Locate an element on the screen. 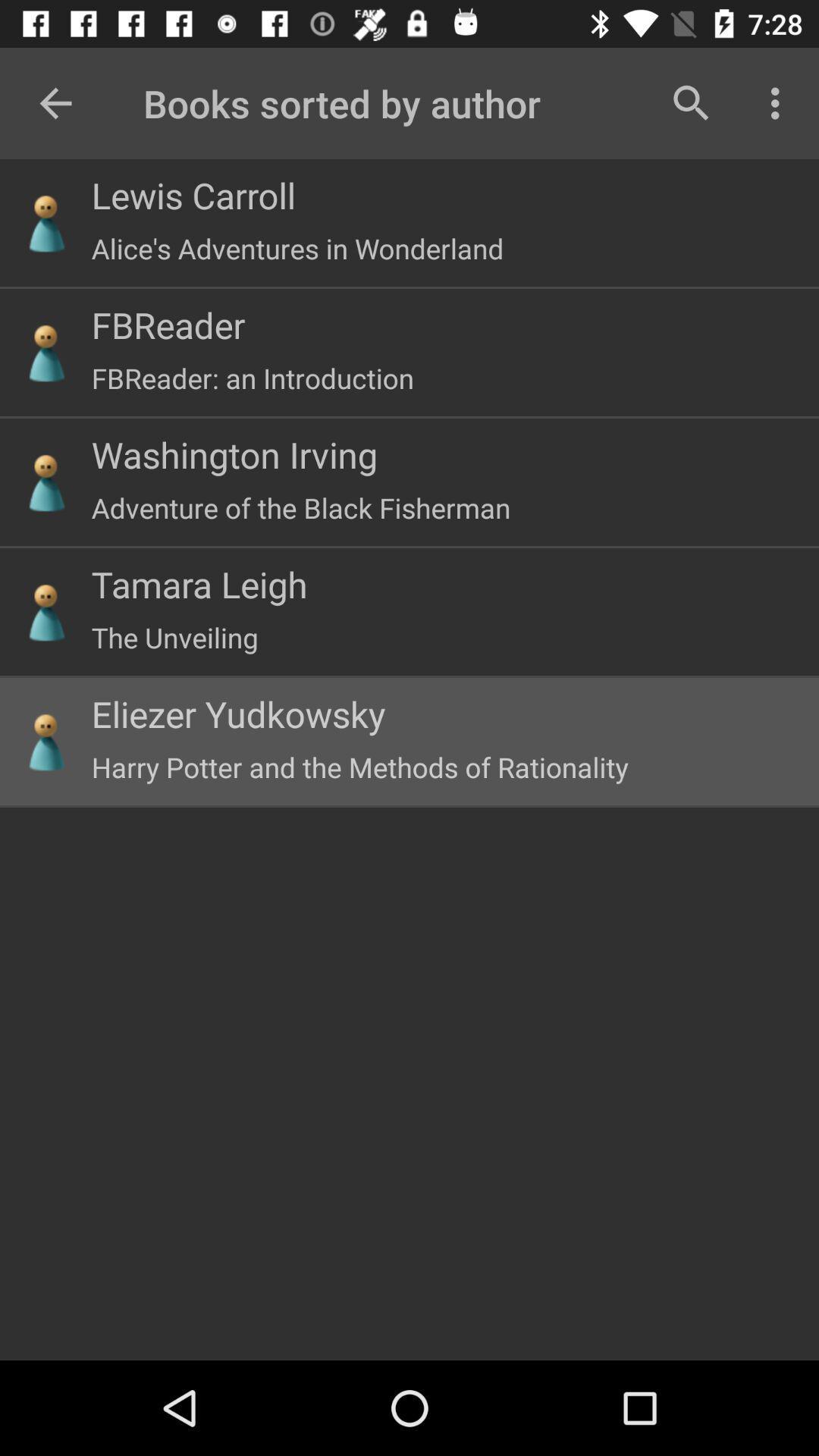  icon below the eliezer yudkowsky item is located at coordinates (359, 767).